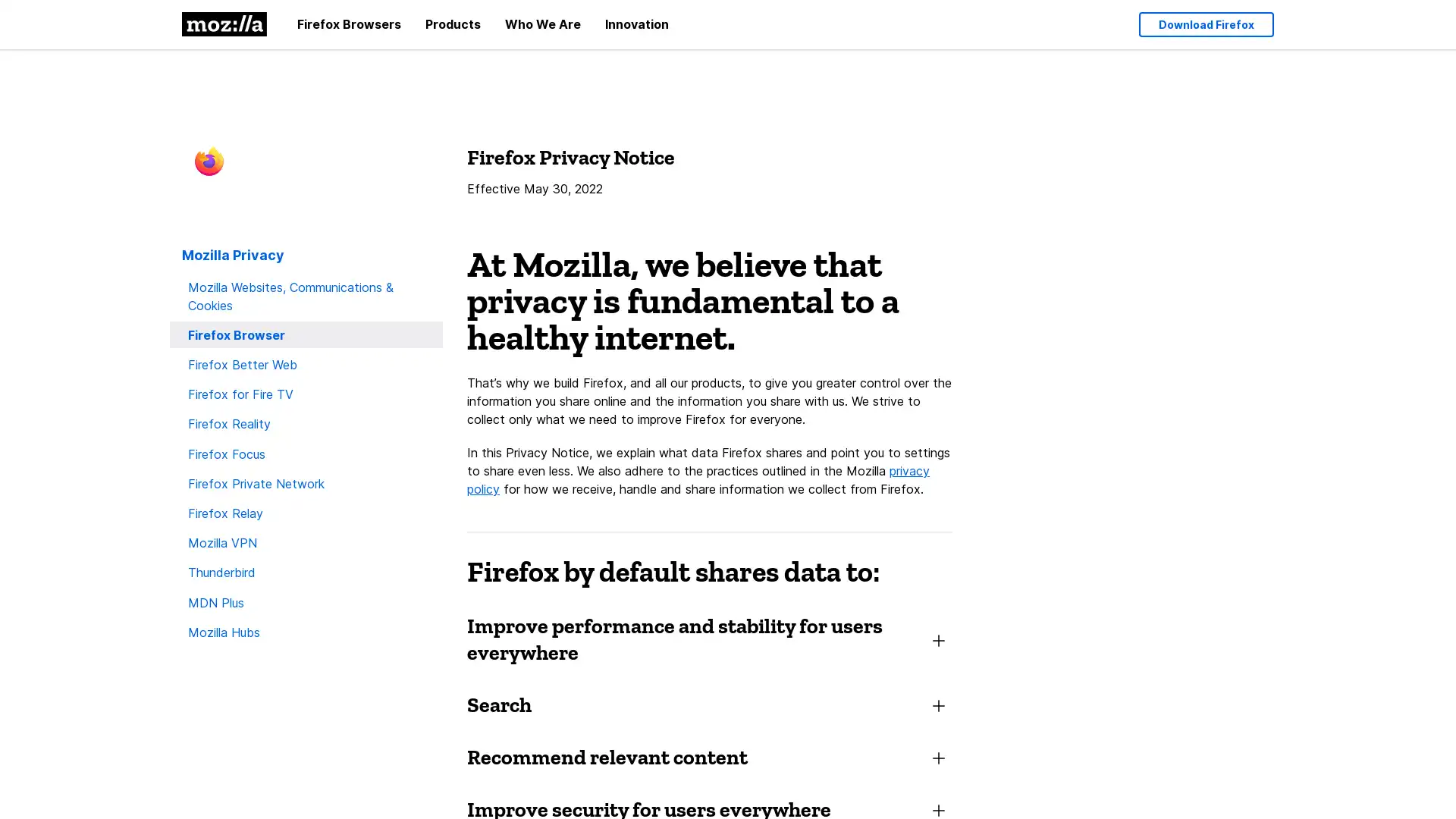 The image size is (1456, 819). Describe the element at coordinates (709, 638) in the screenshot. I see `Improve performance and stability for users everywhere` at that location.